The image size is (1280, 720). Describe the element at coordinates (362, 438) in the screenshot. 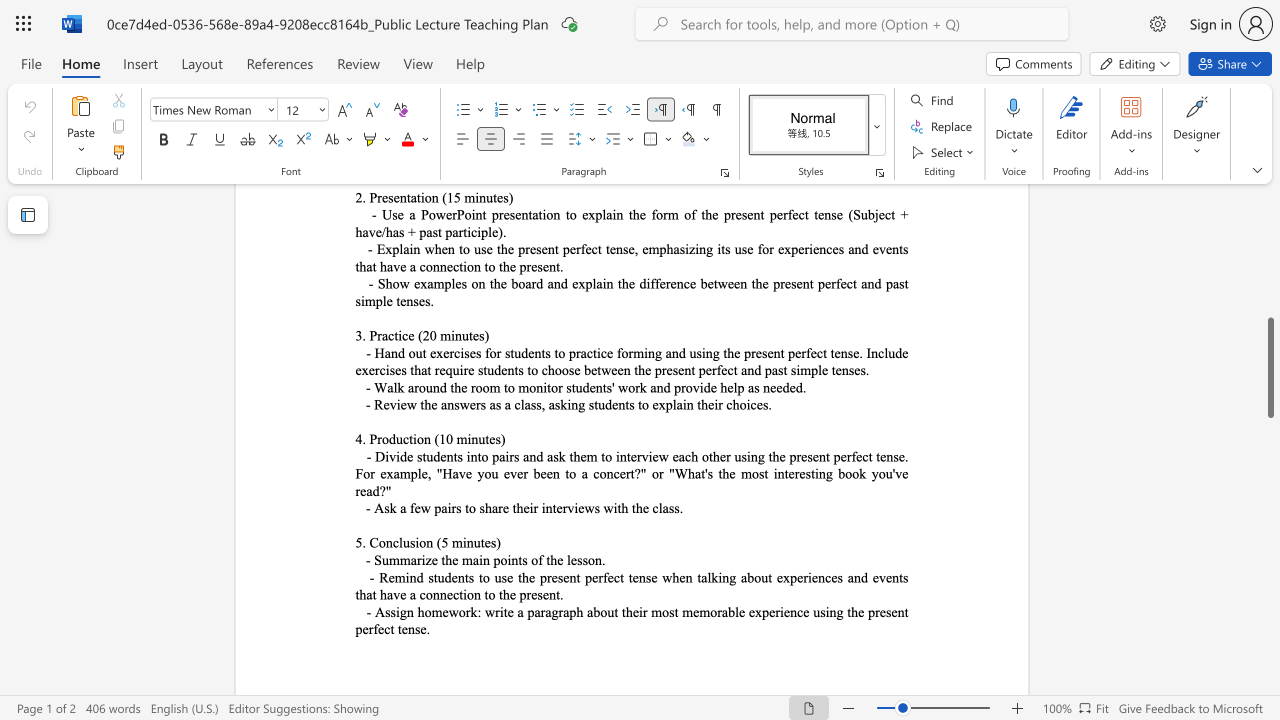

I see `the subset text ". Produ" within the text "4. Production (10 minutes)"` at that location.